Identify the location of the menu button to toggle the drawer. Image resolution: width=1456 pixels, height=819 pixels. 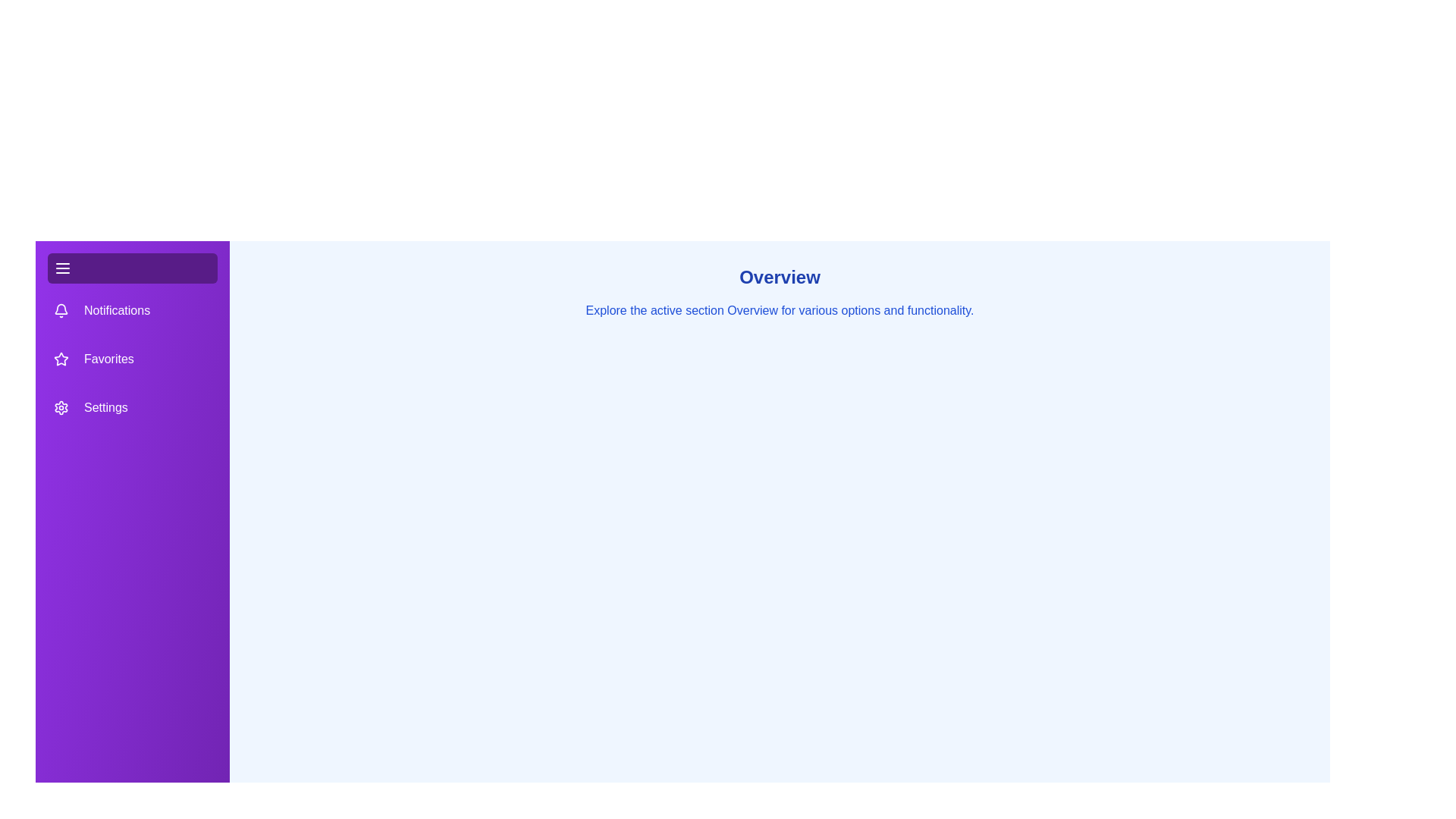
(132, 268).